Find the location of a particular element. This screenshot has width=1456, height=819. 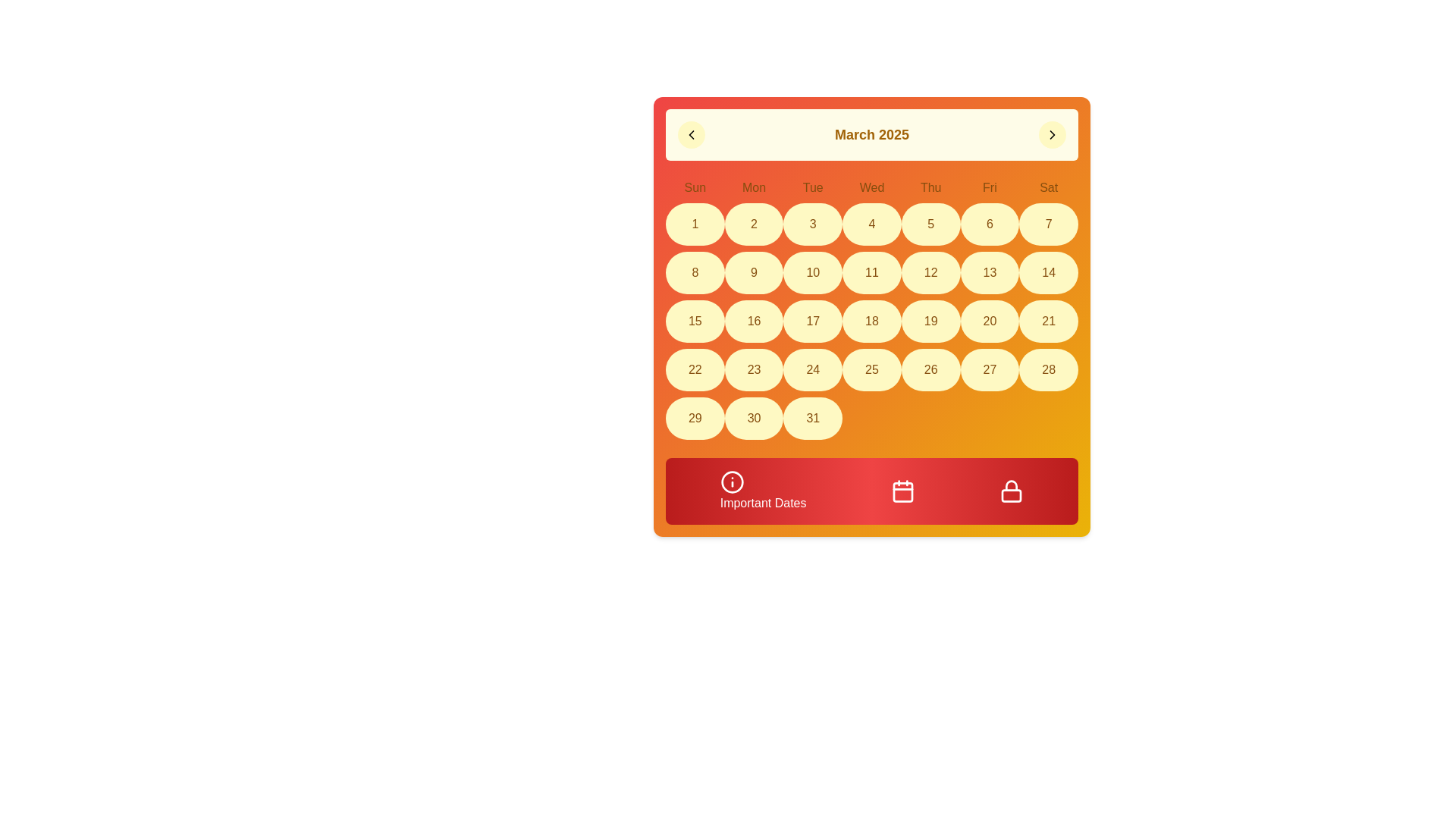

the calendar icon button located centrally within the bottom red gradient bar, positioned between the information icon and the lock icon is located at coordinates (902, 491).